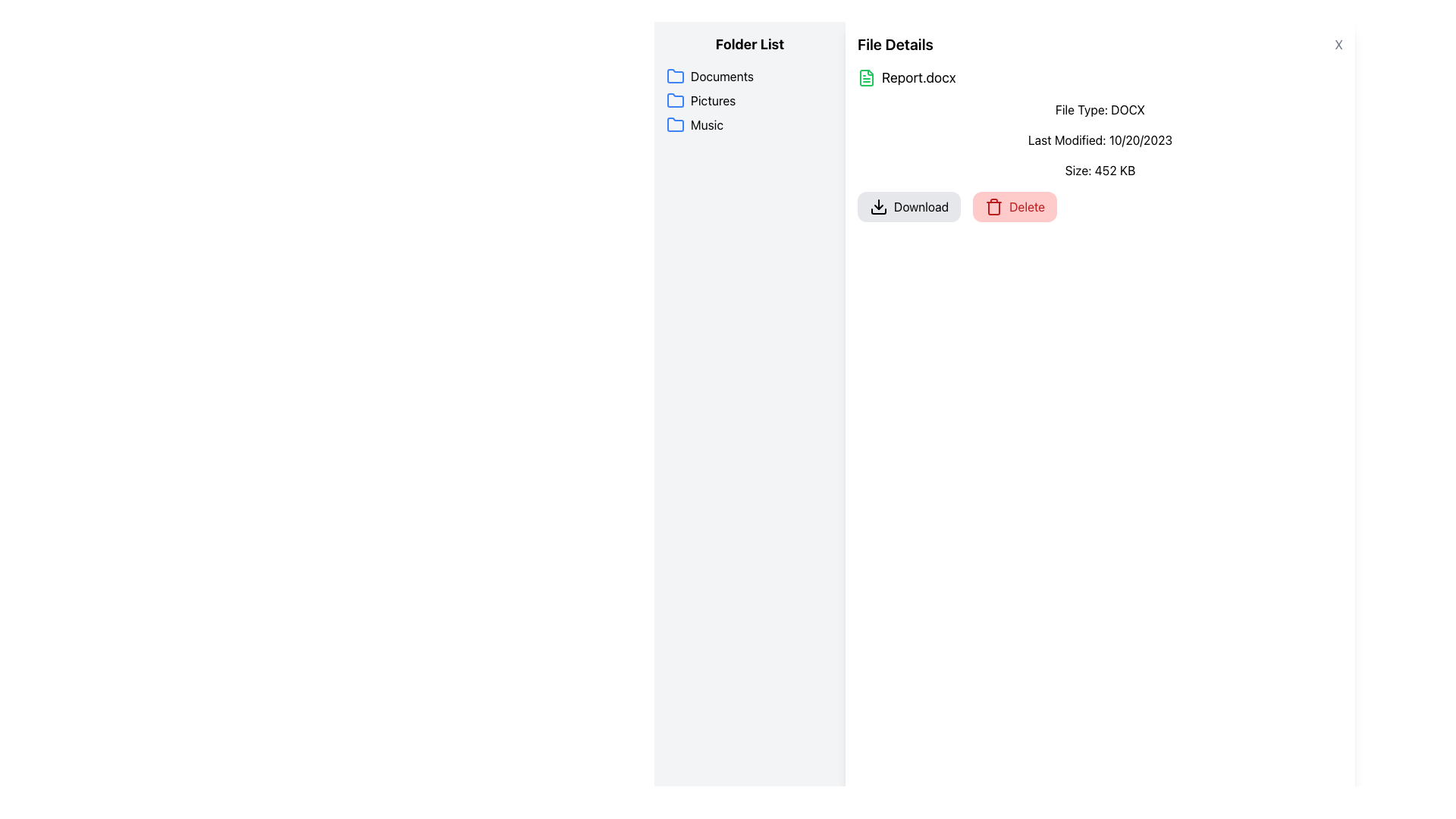 The image size is (1456, 819). I want to click on the 'Pictures' text label in the left-side navigation list, so click(712, 100).